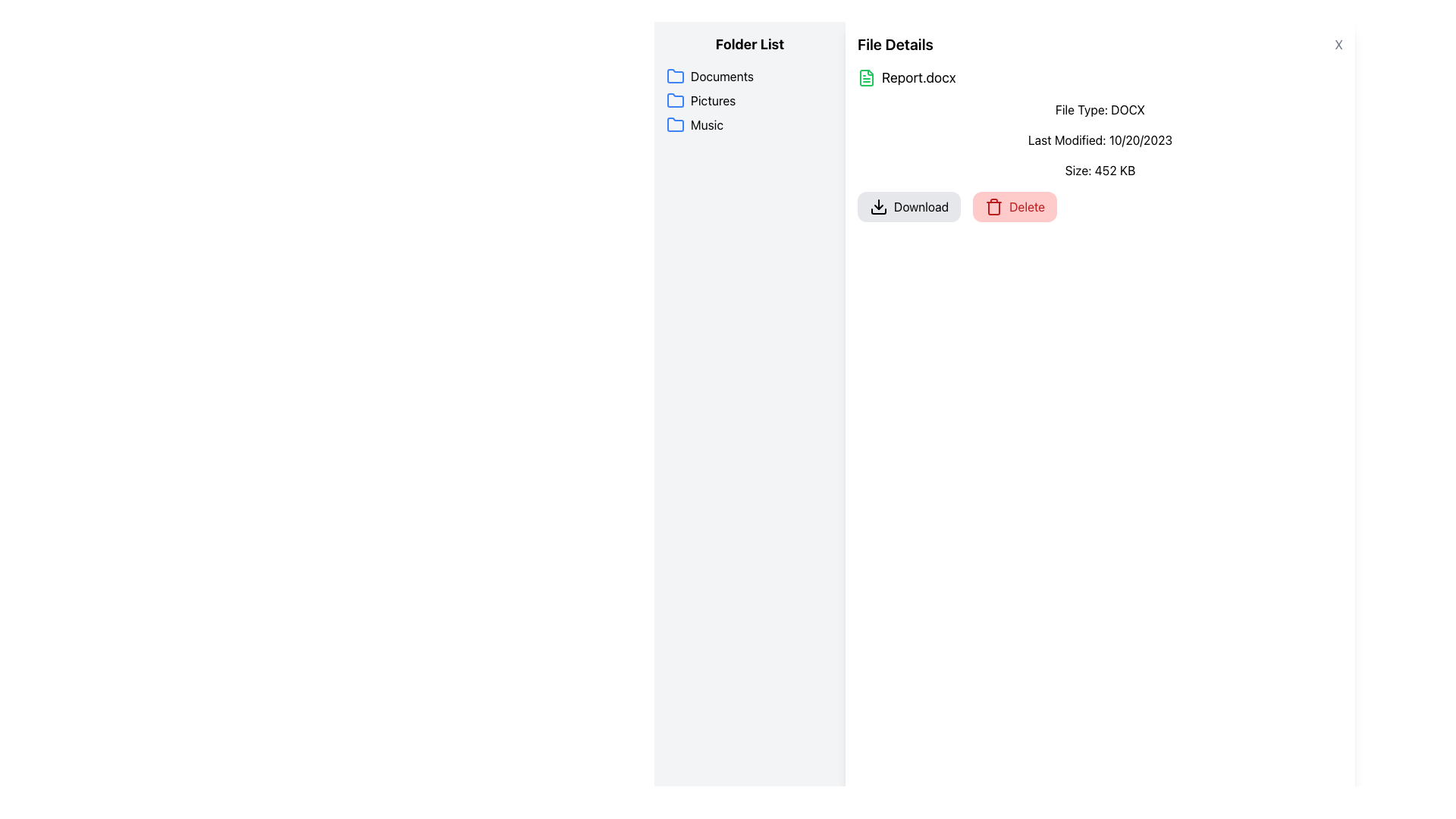 The image size is (1456, 819). I want to click on the 'Pictures' text label in the left-side navigation list, so click(712, 100).